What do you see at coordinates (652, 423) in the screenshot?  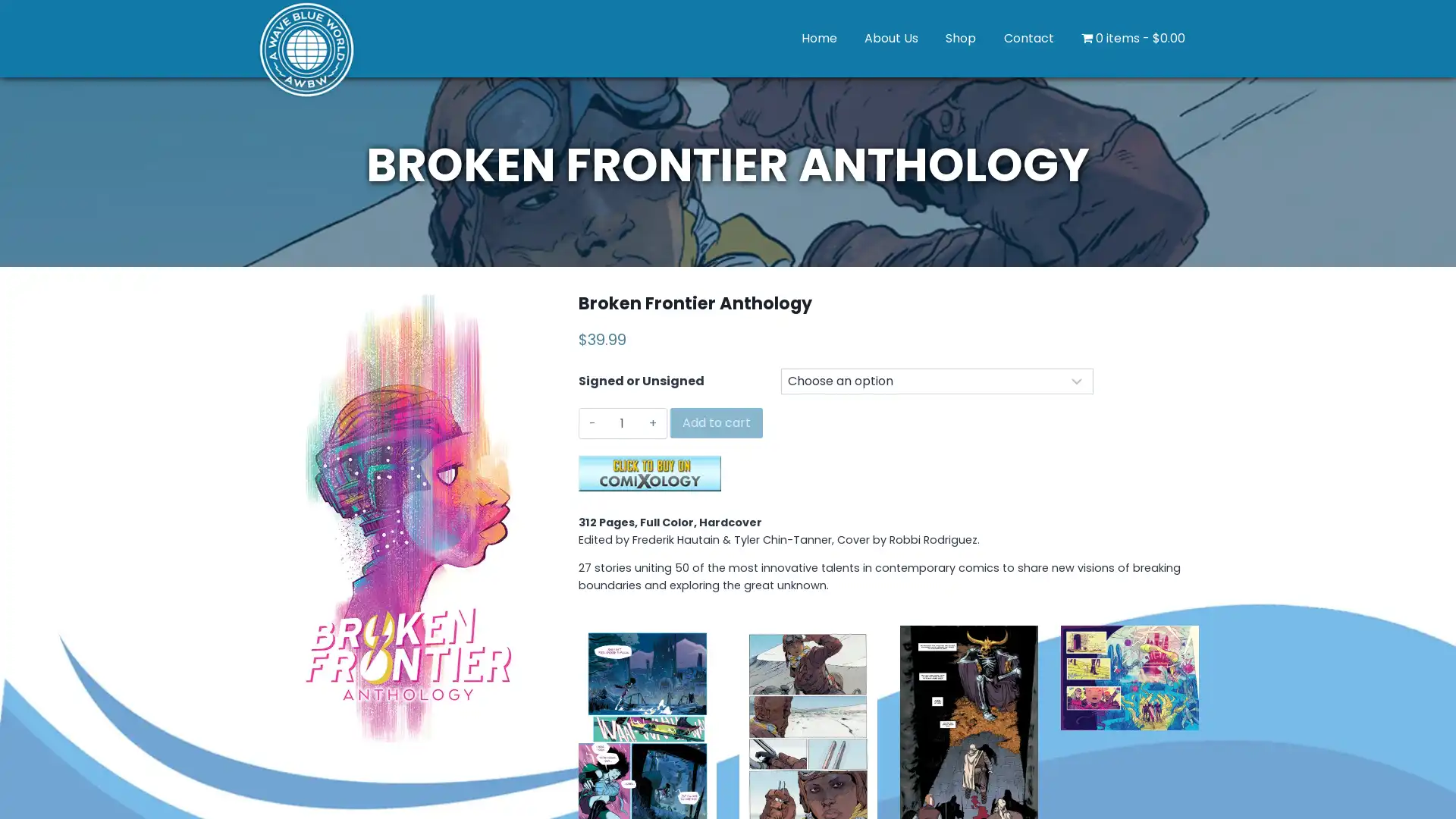 I see `+` at bounding box center [652, 423].